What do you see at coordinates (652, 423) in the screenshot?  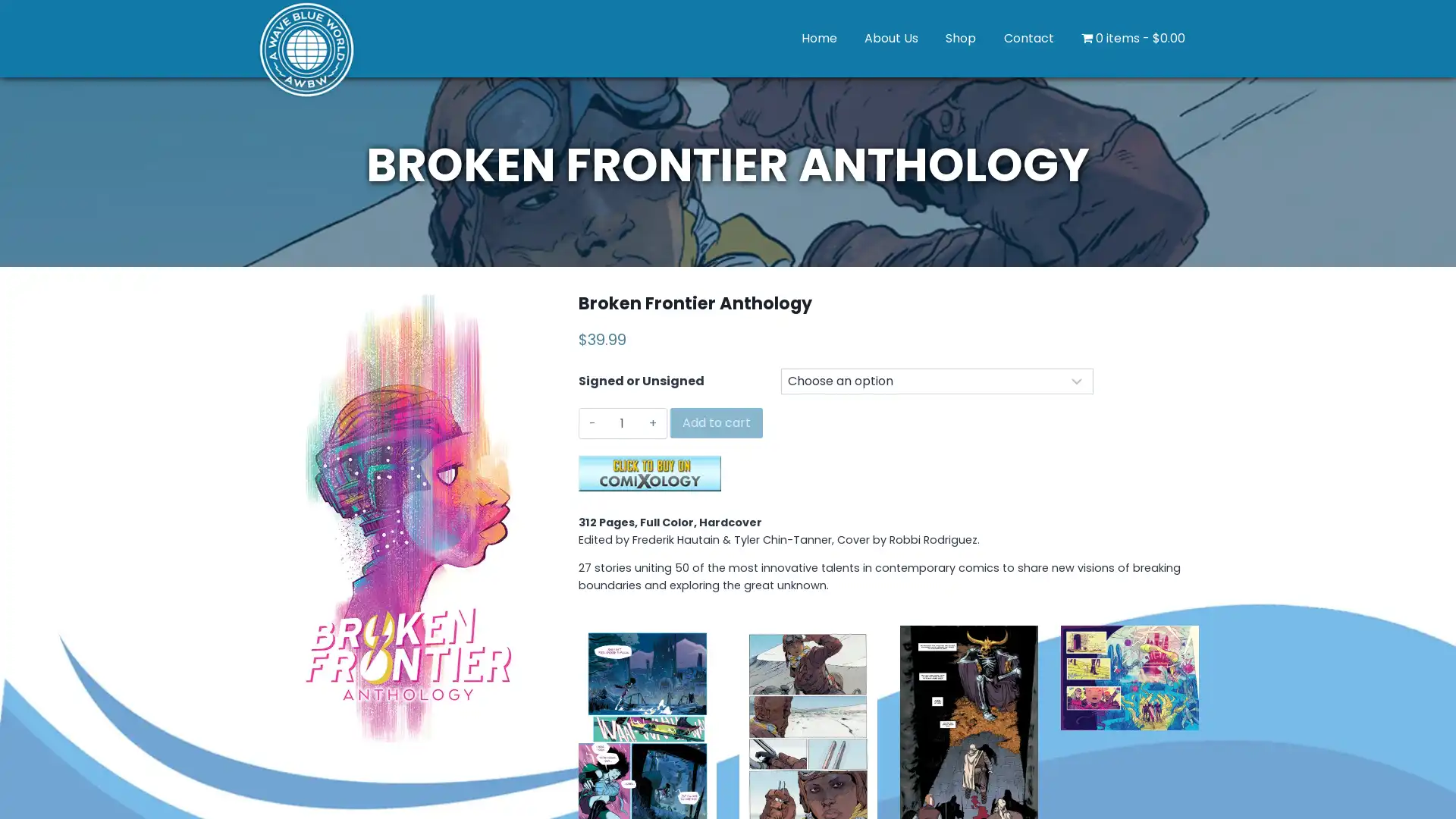 I see `+` at bounding box center [652, 423].